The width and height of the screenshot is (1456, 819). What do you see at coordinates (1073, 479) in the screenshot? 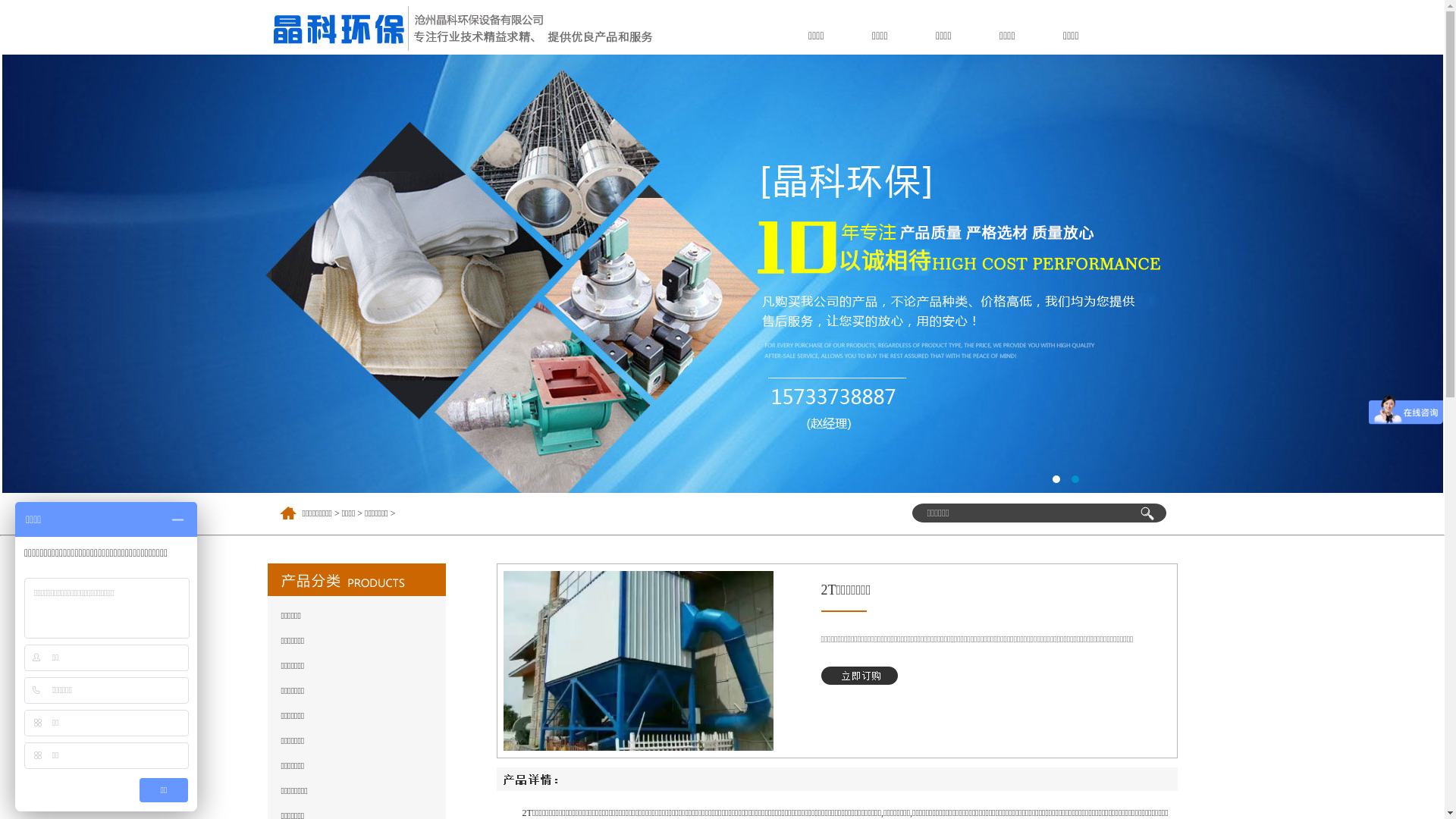
I see `'2'` at bounding box center [1073, 479].